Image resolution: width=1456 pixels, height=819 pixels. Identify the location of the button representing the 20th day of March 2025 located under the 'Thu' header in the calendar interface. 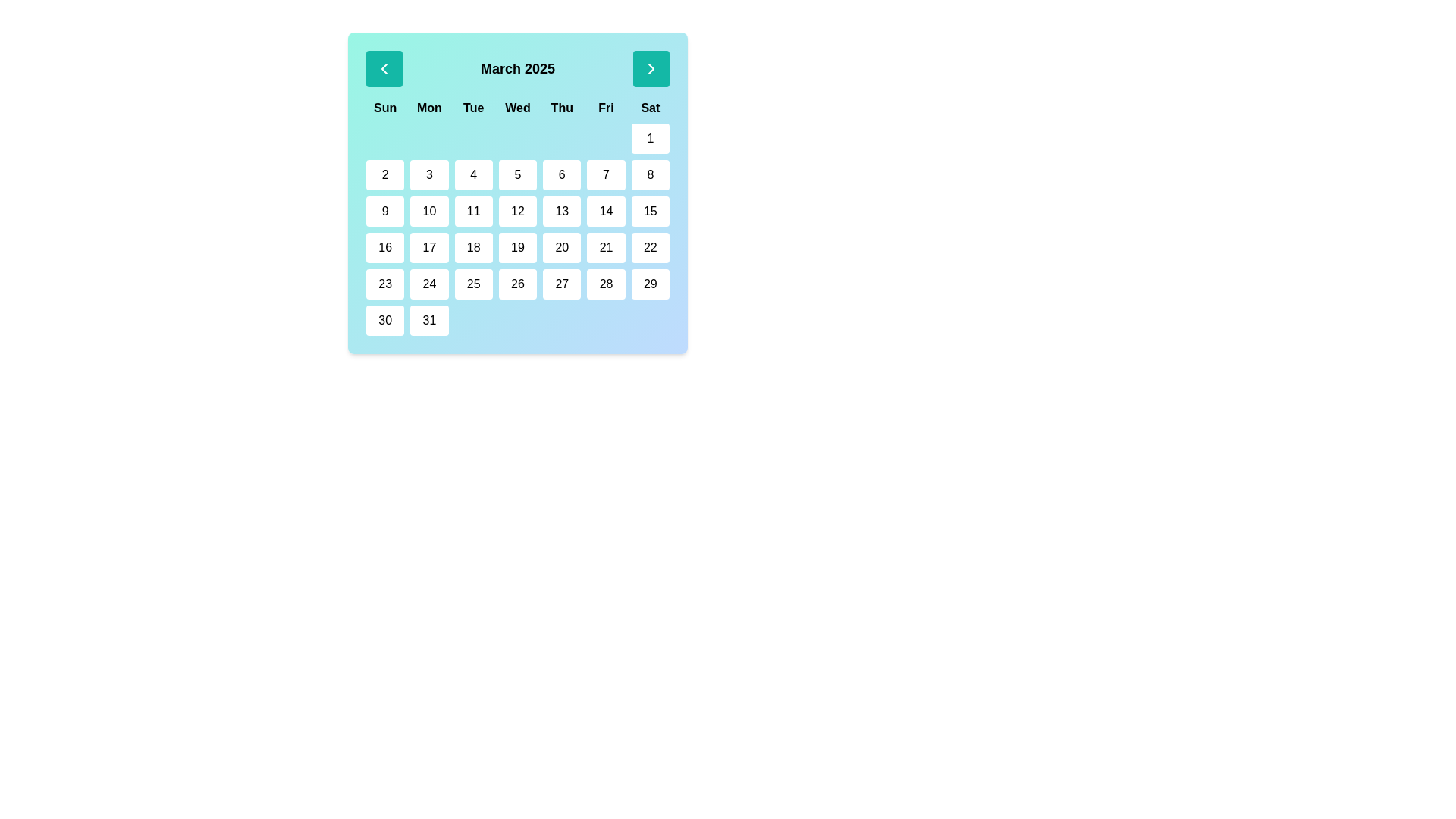
(561, 247).